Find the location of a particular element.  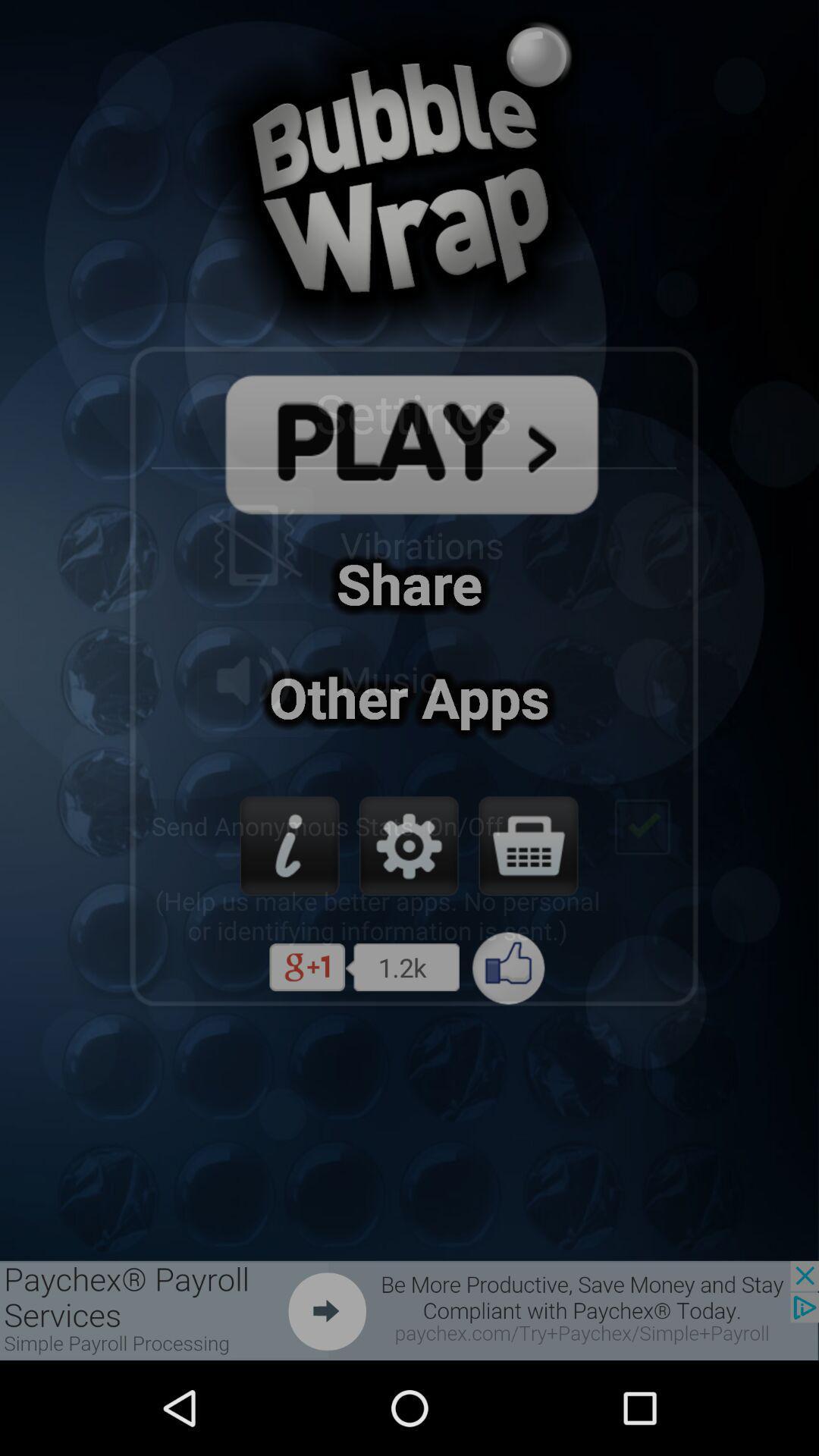

advertisement banner is located at coordinates (409, 1310).